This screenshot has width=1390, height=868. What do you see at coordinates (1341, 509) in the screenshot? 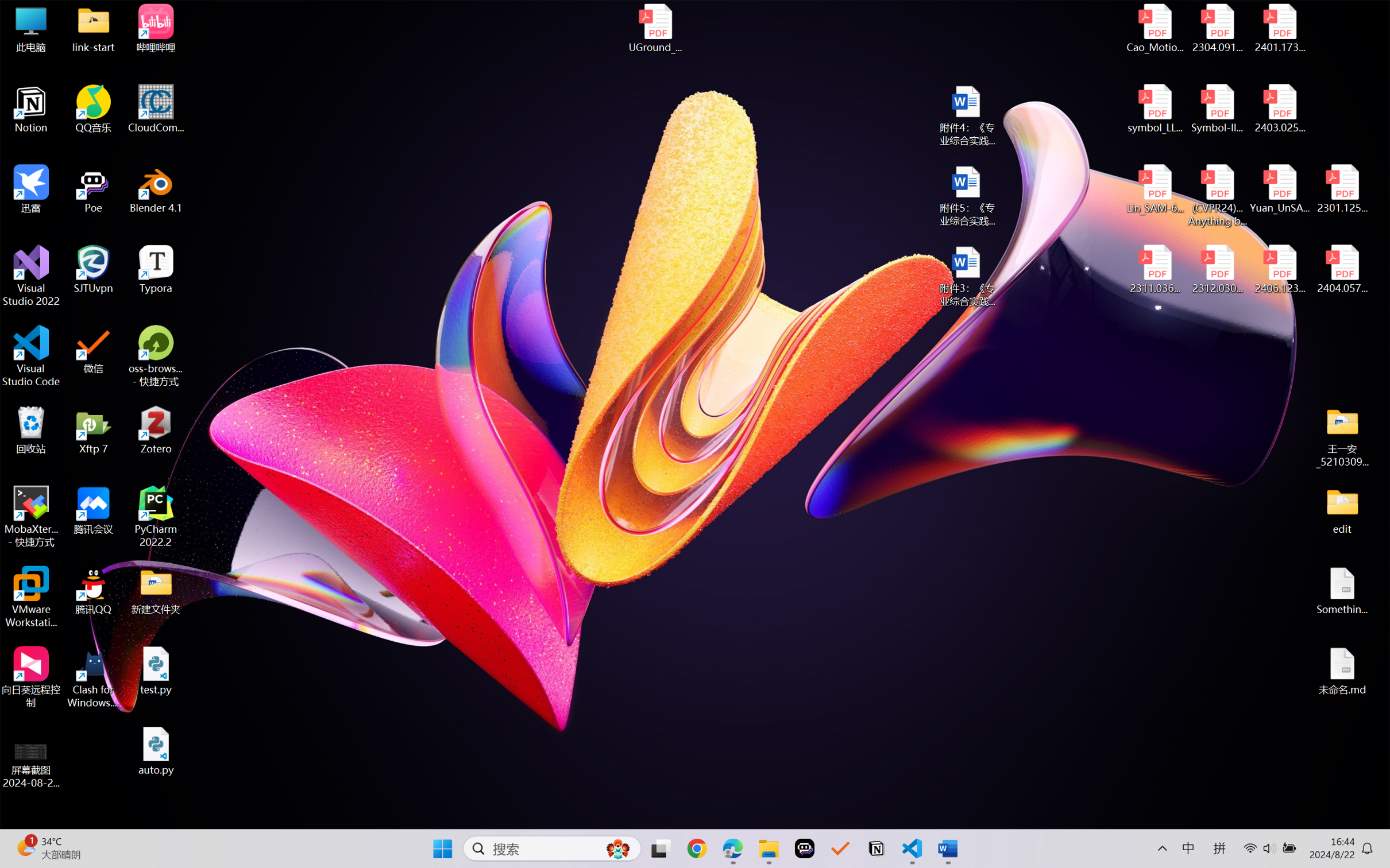
I see `'edit'` at bounding box center [1341, 509].